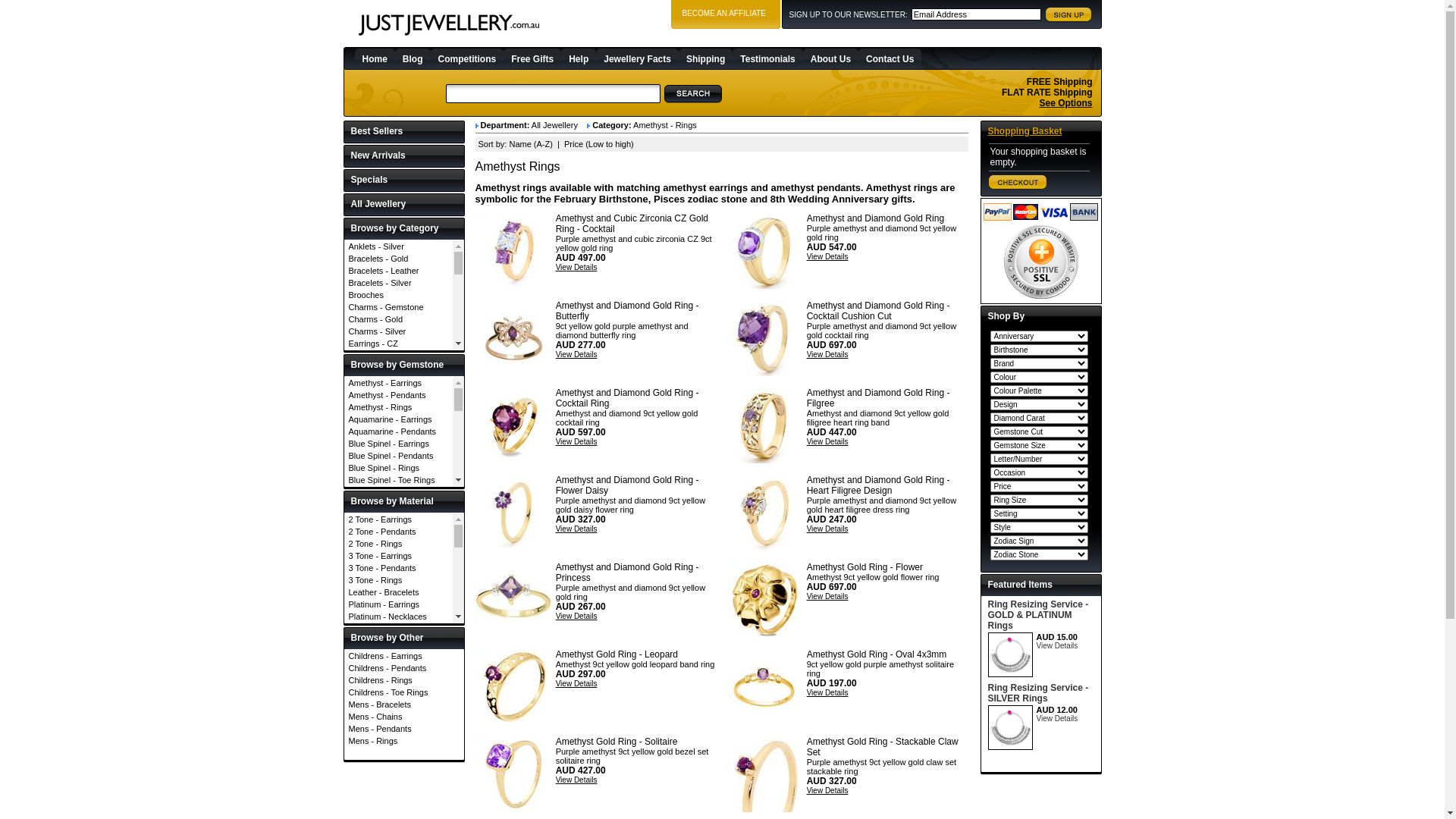  Describe the element at coordinates (403, 679) in the screenshot. I see `'Childrens - Rings'` at that location.